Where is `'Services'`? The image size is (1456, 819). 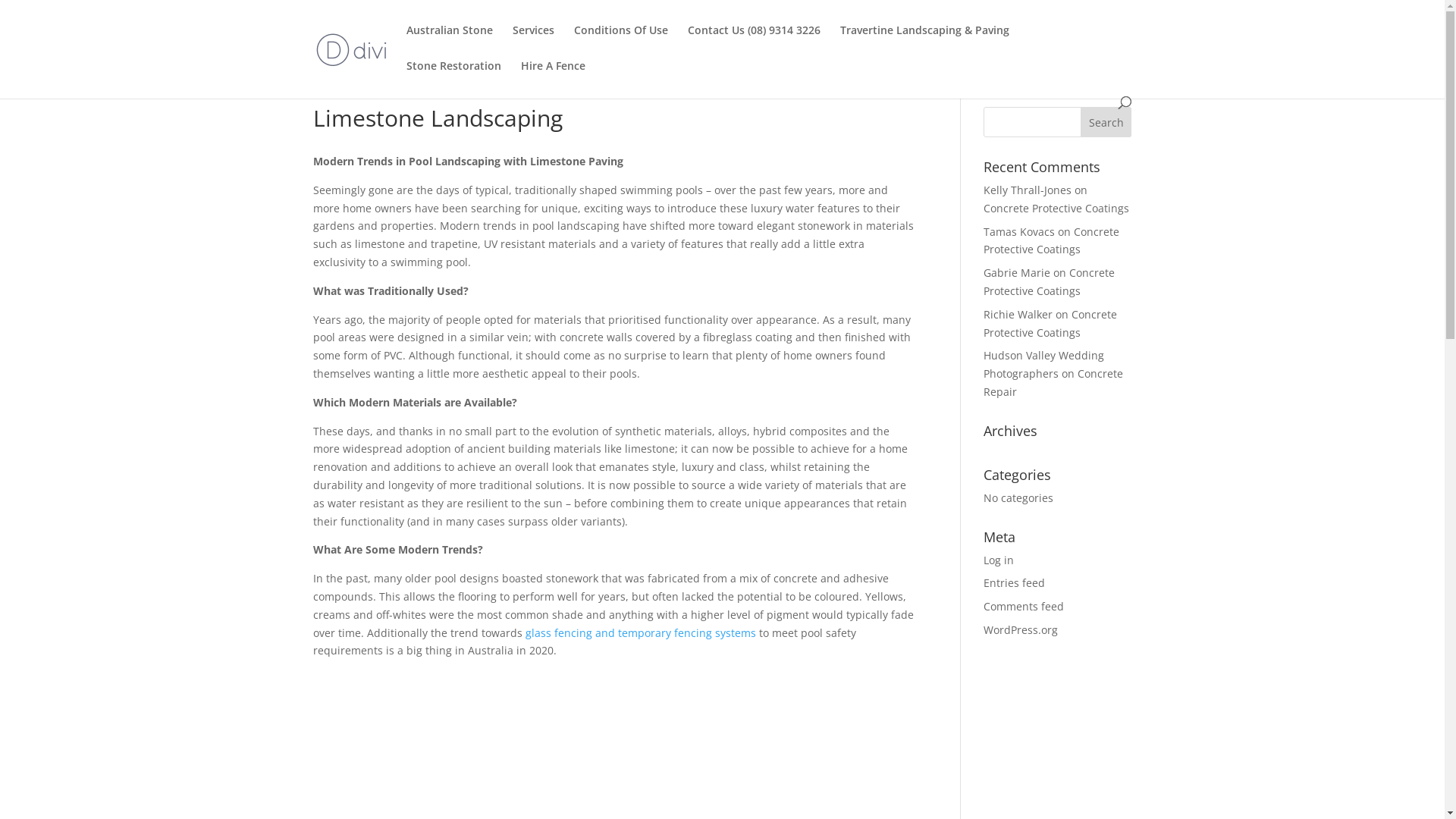
'Services' is located at coordinates (513, 42).